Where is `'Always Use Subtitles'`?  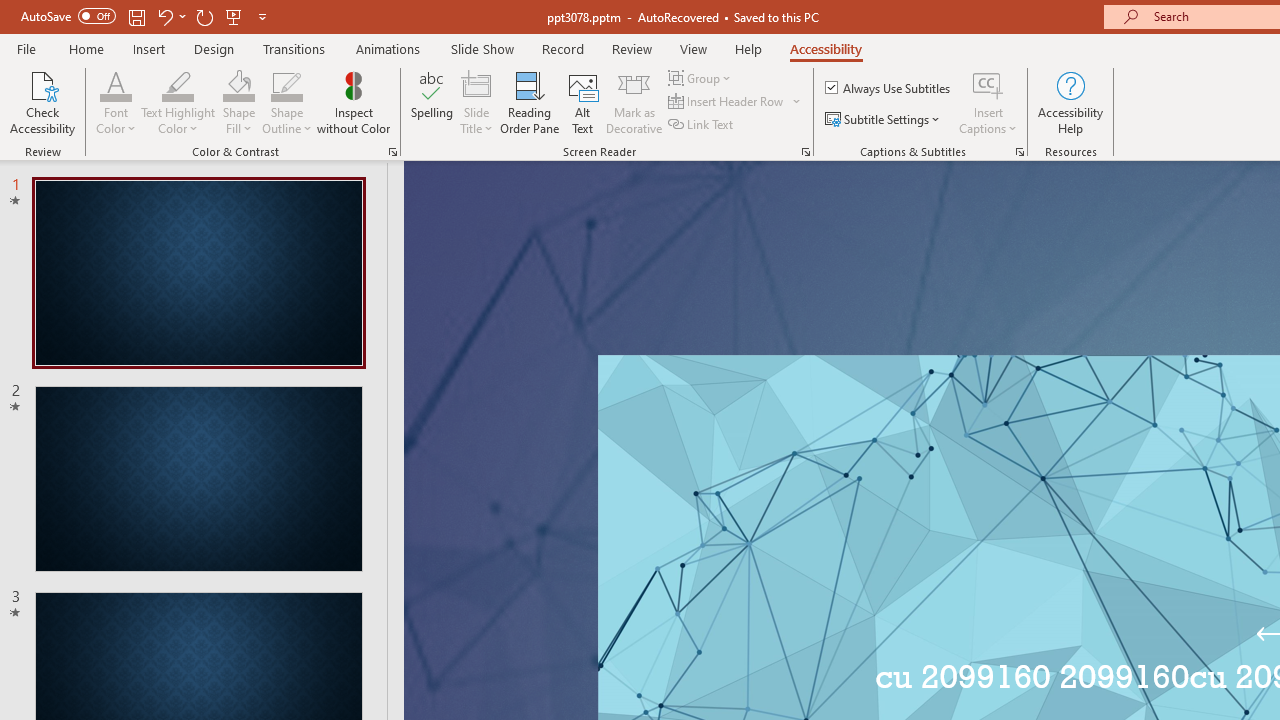
'Always Use Subtitles' is located at coordinates (888, 86).